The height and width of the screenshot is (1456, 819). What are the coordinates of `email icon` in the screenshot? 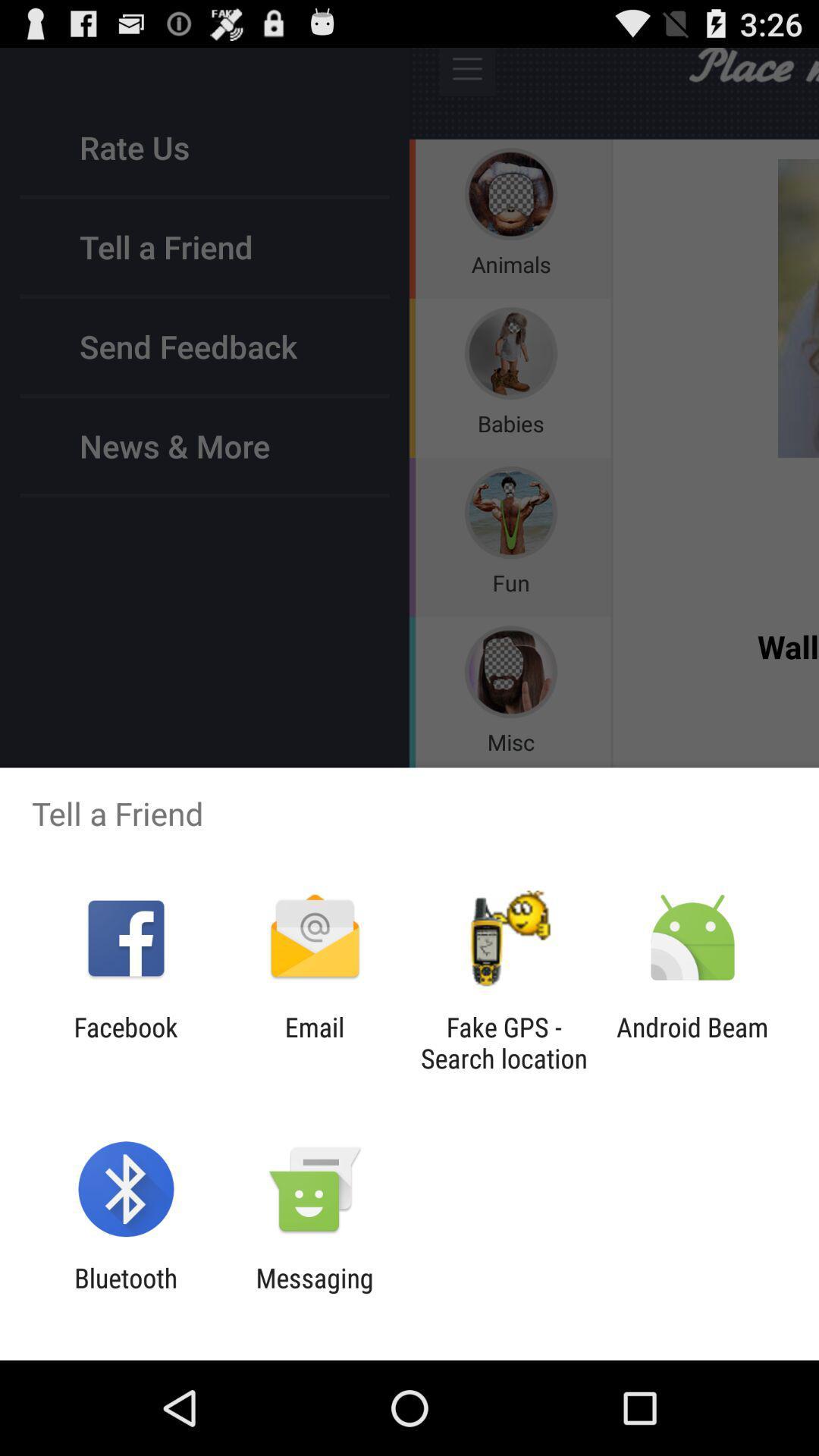 It's located at (314, 1042).